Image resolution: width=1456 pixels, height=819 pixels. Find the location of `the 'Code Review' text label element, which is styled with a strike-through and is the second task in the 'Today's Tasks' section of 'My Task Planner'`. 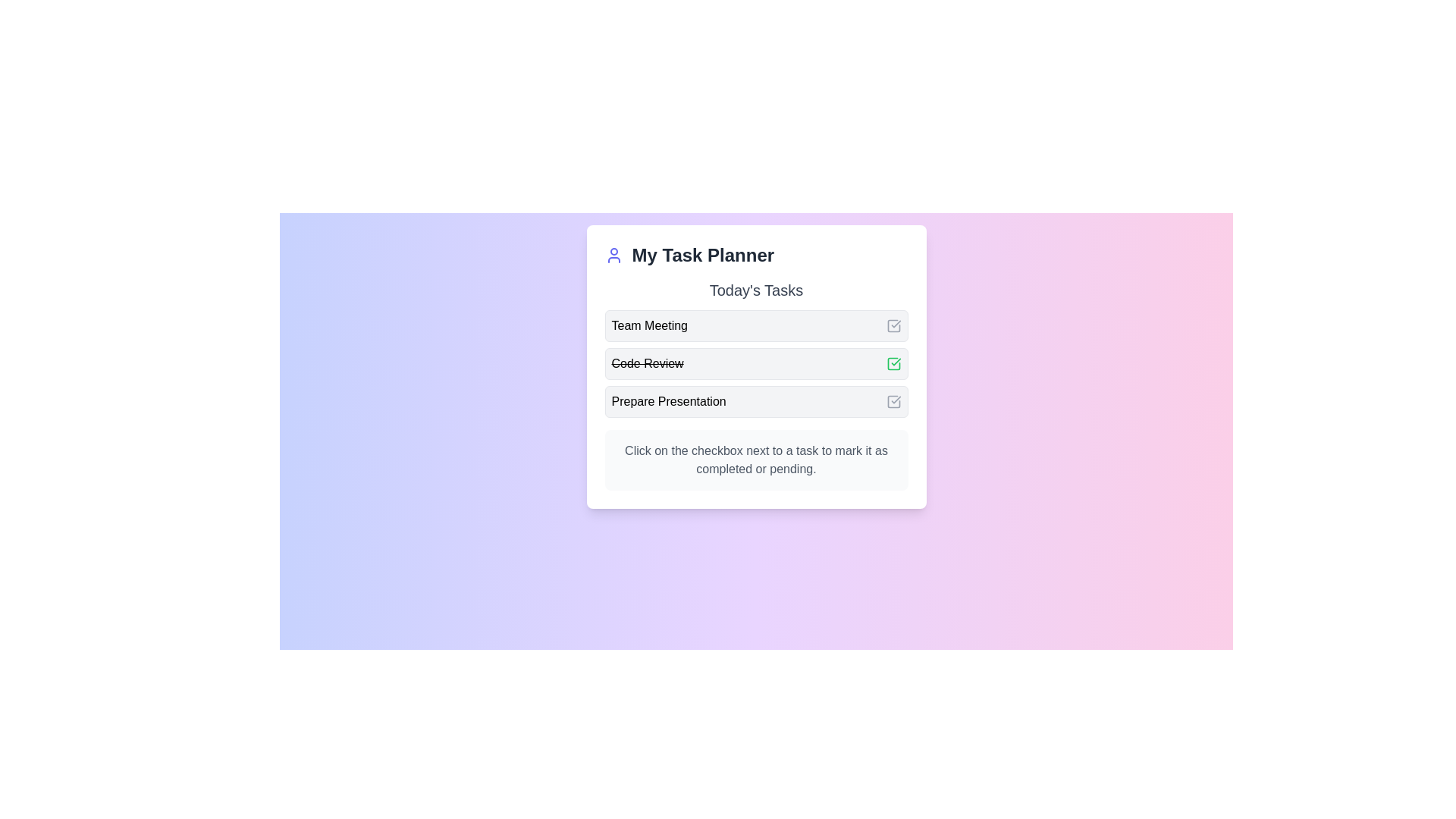

the 'Code Review' text label element, which is styled with a strike-through and is the second task in the 'Today's Tasks' section of 'My Task Planner' is located at coordinates (648, 363).